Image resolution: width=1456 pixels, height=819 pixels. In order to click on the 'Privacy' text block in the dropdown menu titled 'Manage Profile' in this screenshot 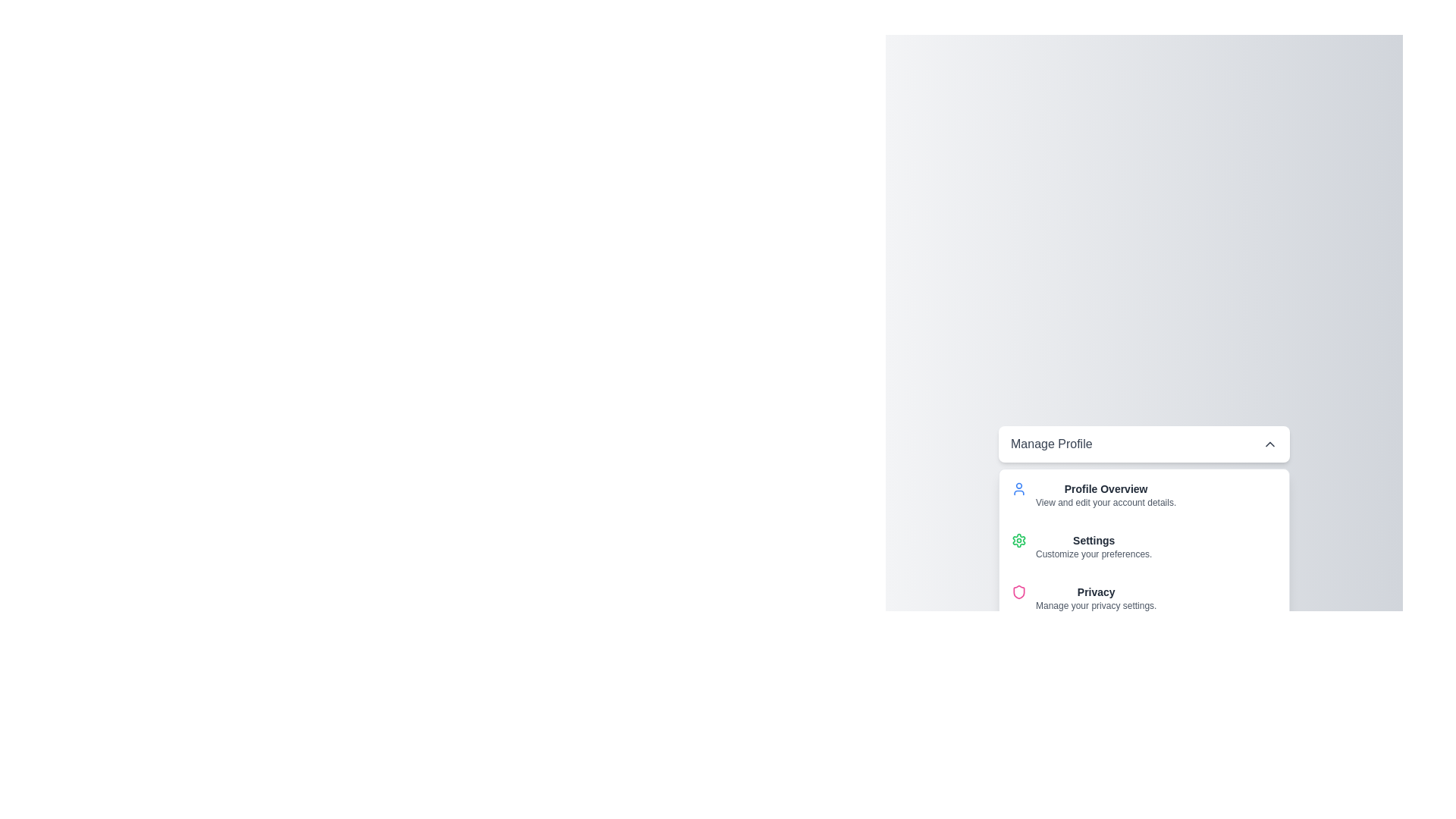, I will do `click(1096, 598)`.